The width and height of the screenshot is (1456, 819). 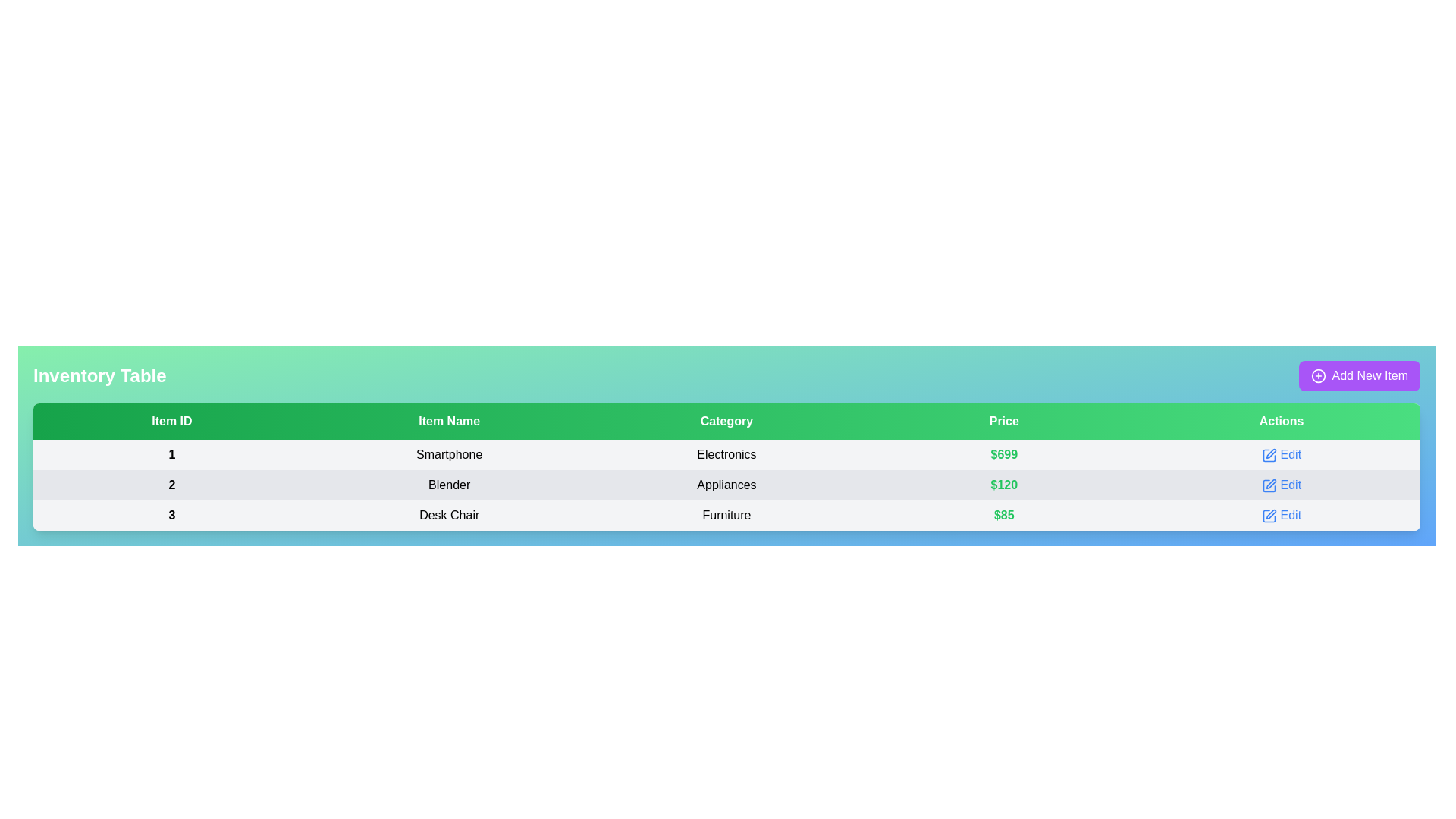 I want to click on text content of the 'Inventory Table' label, which is displayed at the top-left corner of the interface, so click(x=99, y=375).